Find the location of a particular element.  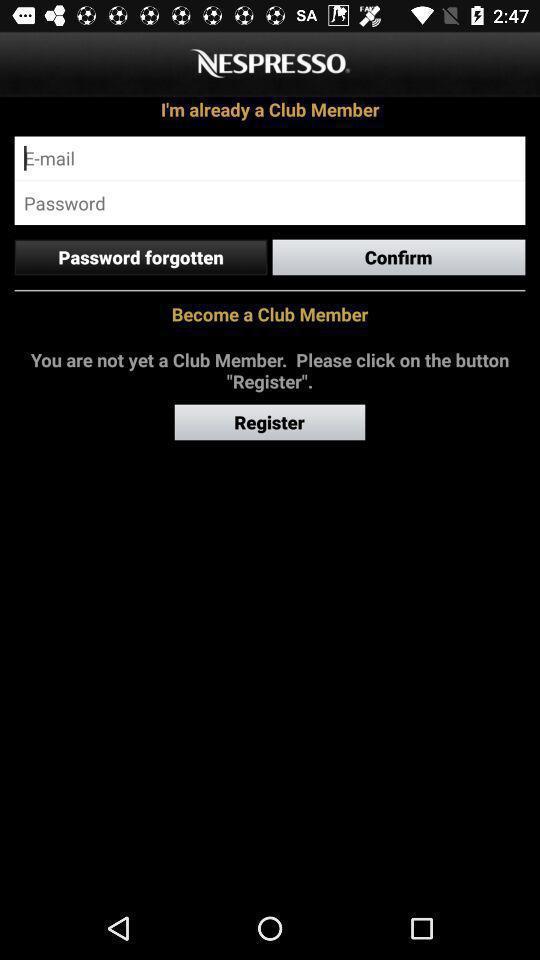

the password forgotten icon is located at coordinates (139, 256).